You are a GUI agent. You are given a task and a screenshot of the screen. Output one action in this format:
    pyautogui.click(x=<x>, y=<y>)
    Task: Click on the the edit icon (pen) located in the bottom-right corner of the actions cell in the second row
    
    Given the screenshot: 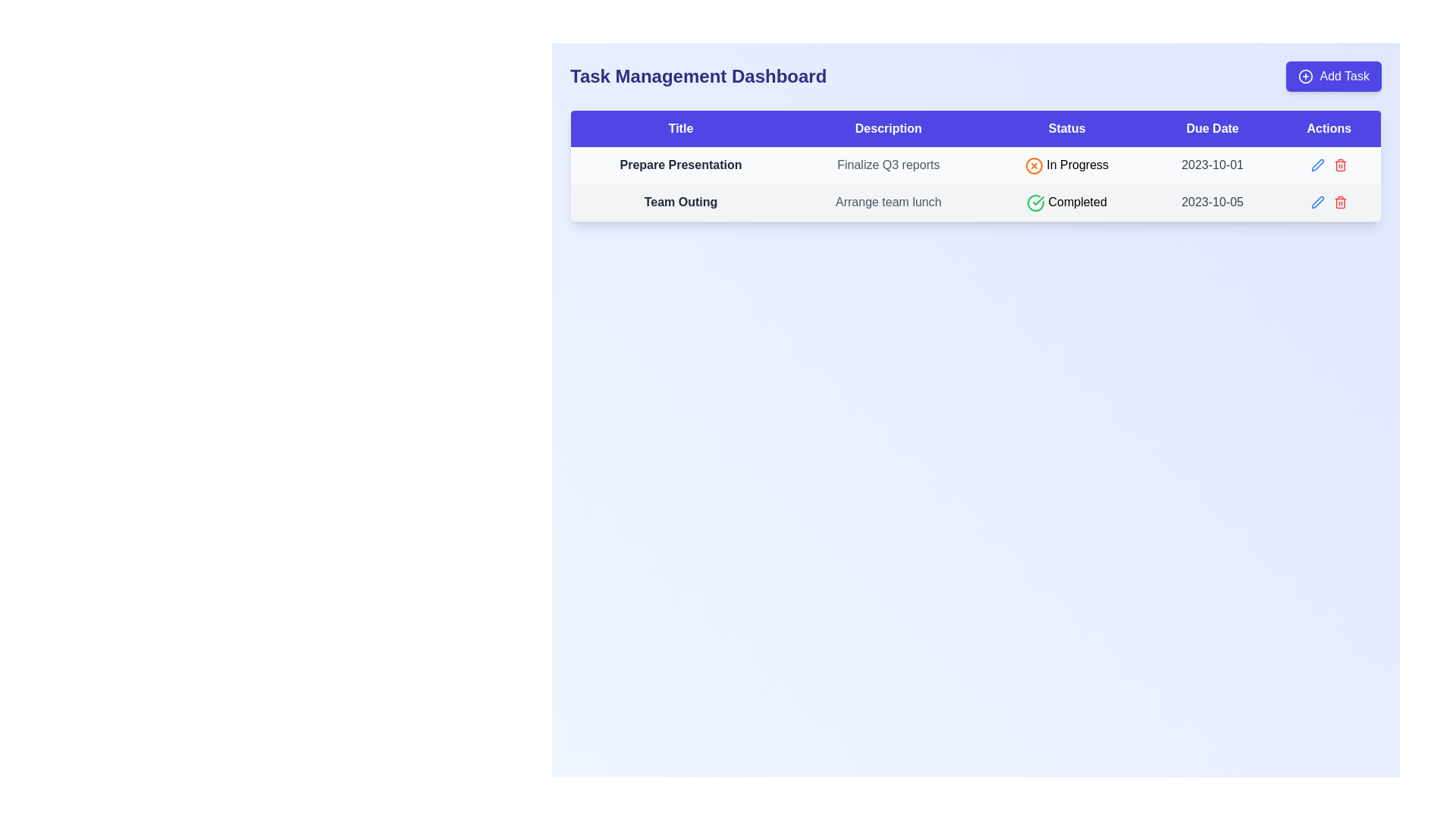 What is the action you would take?
    pyautogui.click(x=1316, y=165)
    